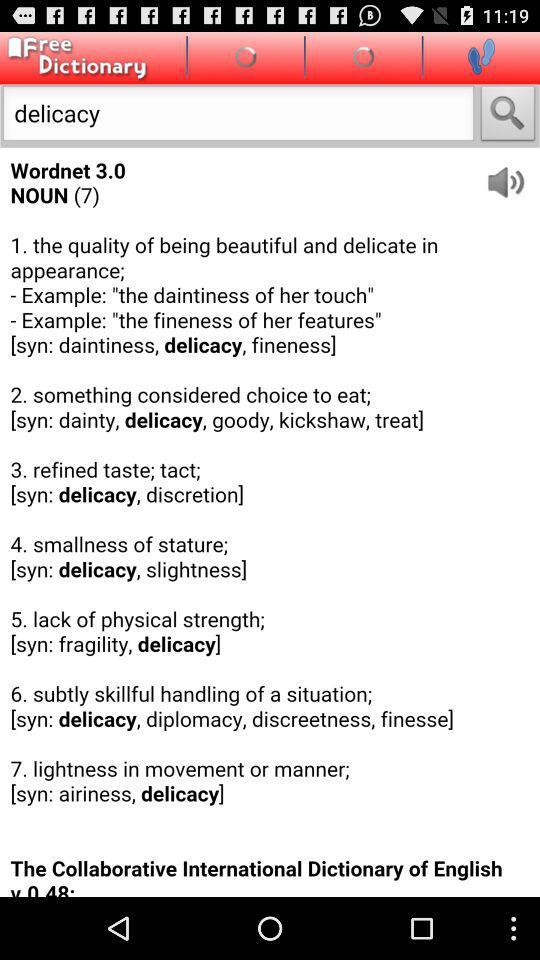 This screenshot has width=540, height=960. What do you see at coordinates (73, 57) in the screenshot?
I see `frontpage` at bounding box center [73, 57].